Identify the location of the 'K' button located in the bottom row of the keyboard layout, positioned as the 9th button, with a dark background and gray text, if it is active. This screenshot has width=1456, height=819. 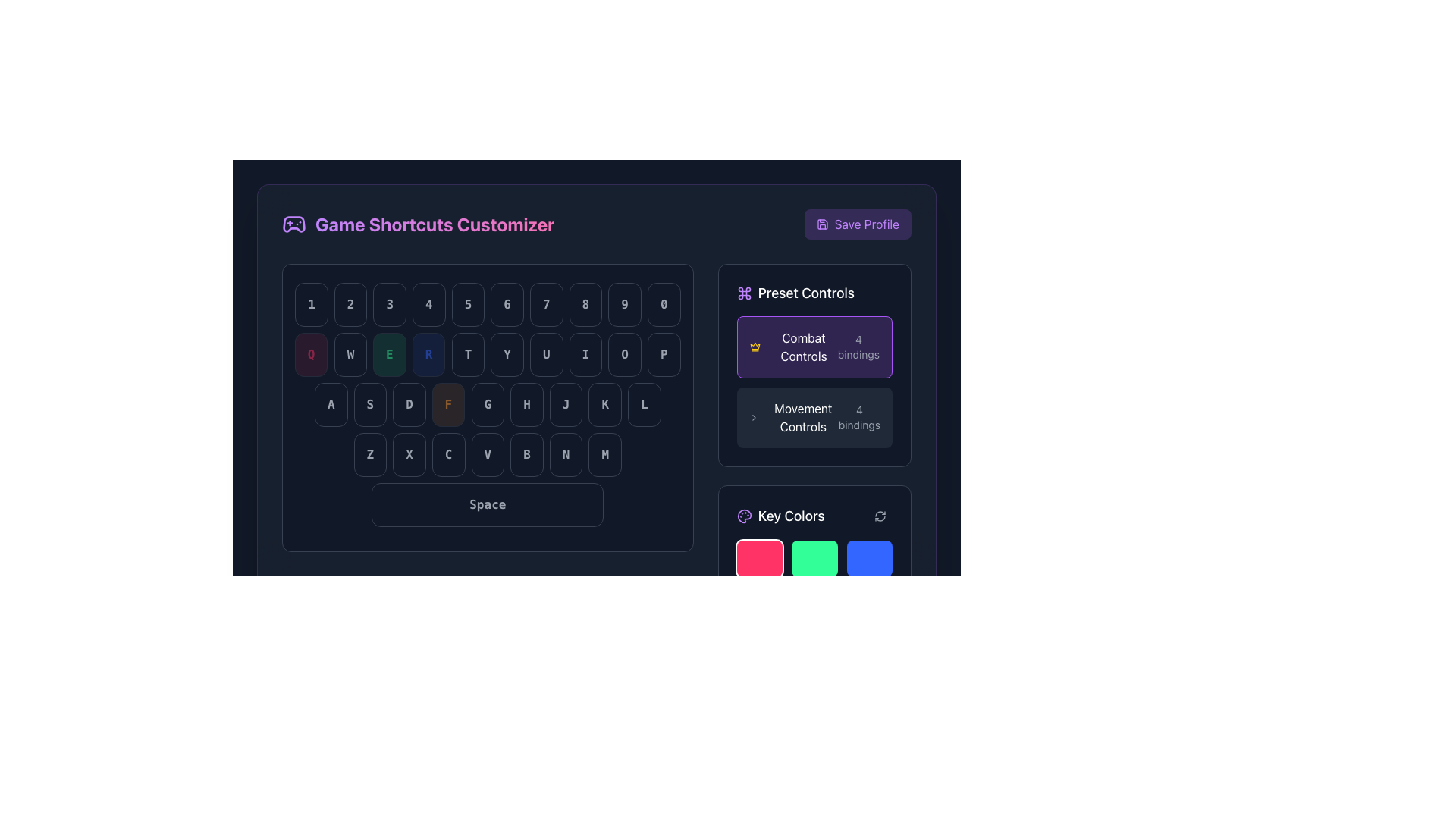
(604, 403).